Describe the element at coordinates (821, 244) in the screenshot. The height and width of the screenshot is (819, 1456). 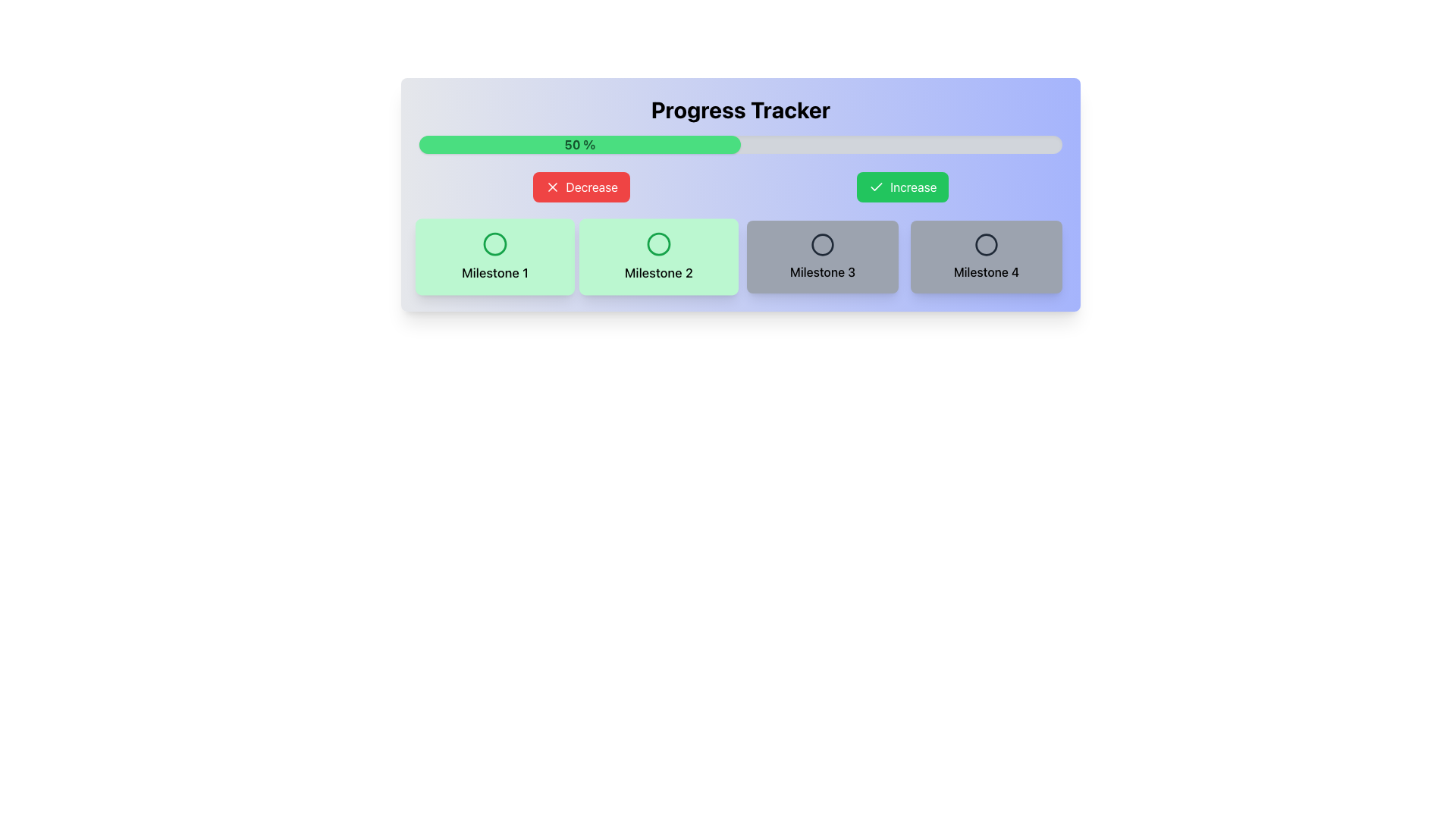
I see `the circular visual indicator in the 'Milestone 3' button, which is the center circle styled with a thin stroke and light gray color, located beneath the progress bar` at that location.